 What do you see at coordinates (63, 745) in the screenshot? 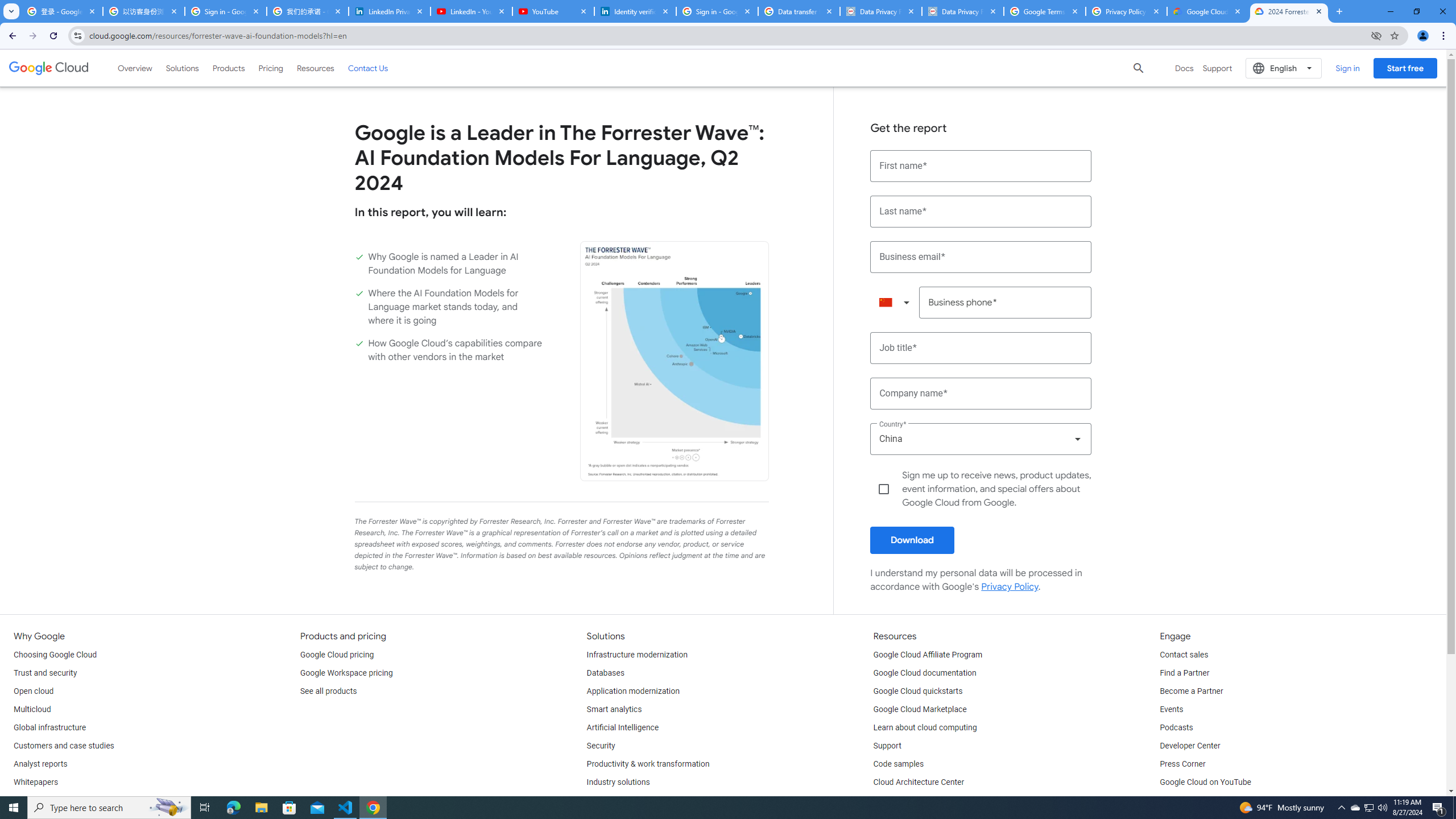
I see `'Customers and case studies'` at bounding box center [63, 745].